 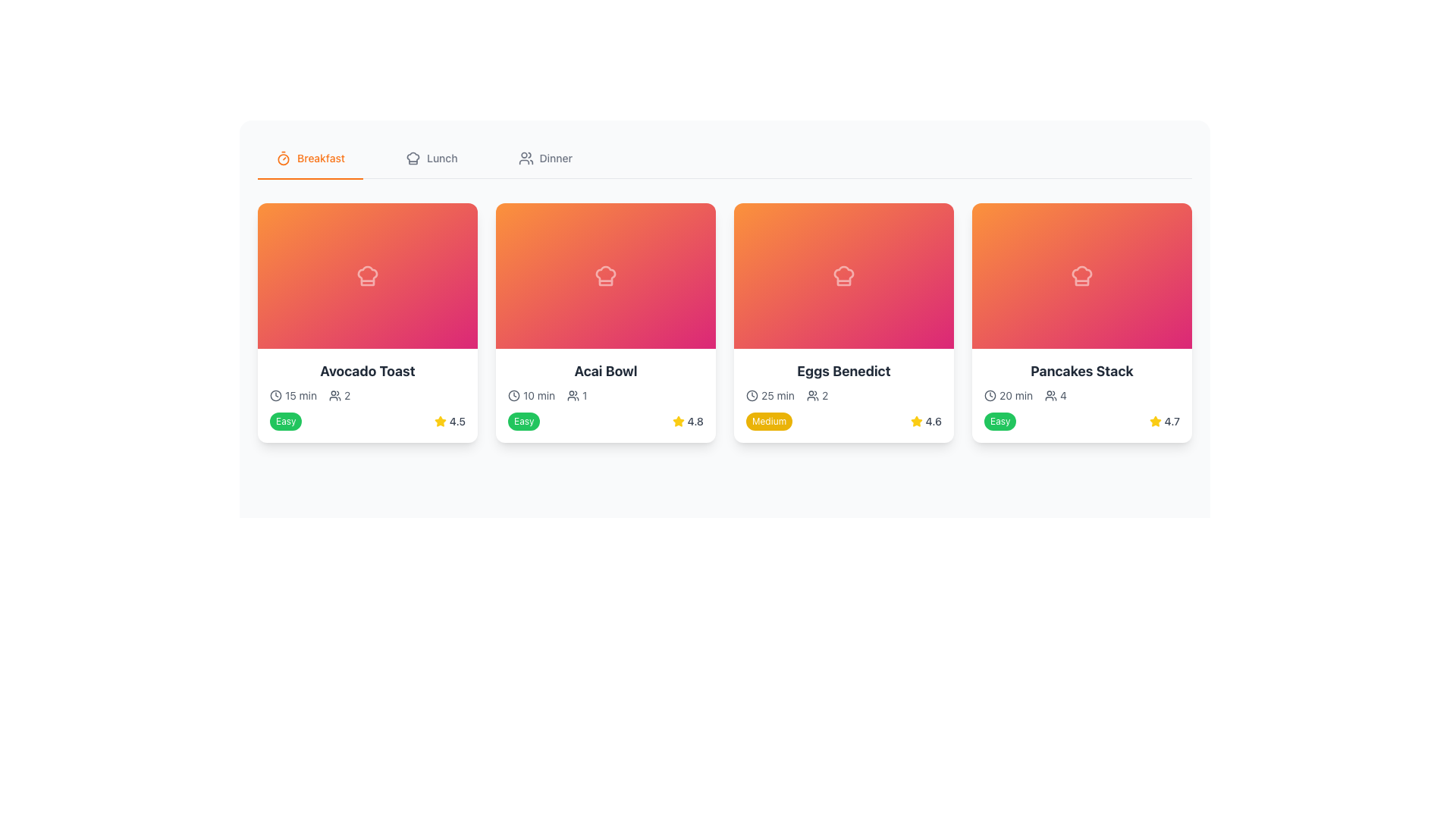 What do you see at coordinates (576, 394) in the screenshot?
I see `the icon displaying the number of servings for the 'Acai Bowl' recipe, which is located beneath the card in the second position, following the preparation time and before the rating stars` at bounding box center [576, 394].